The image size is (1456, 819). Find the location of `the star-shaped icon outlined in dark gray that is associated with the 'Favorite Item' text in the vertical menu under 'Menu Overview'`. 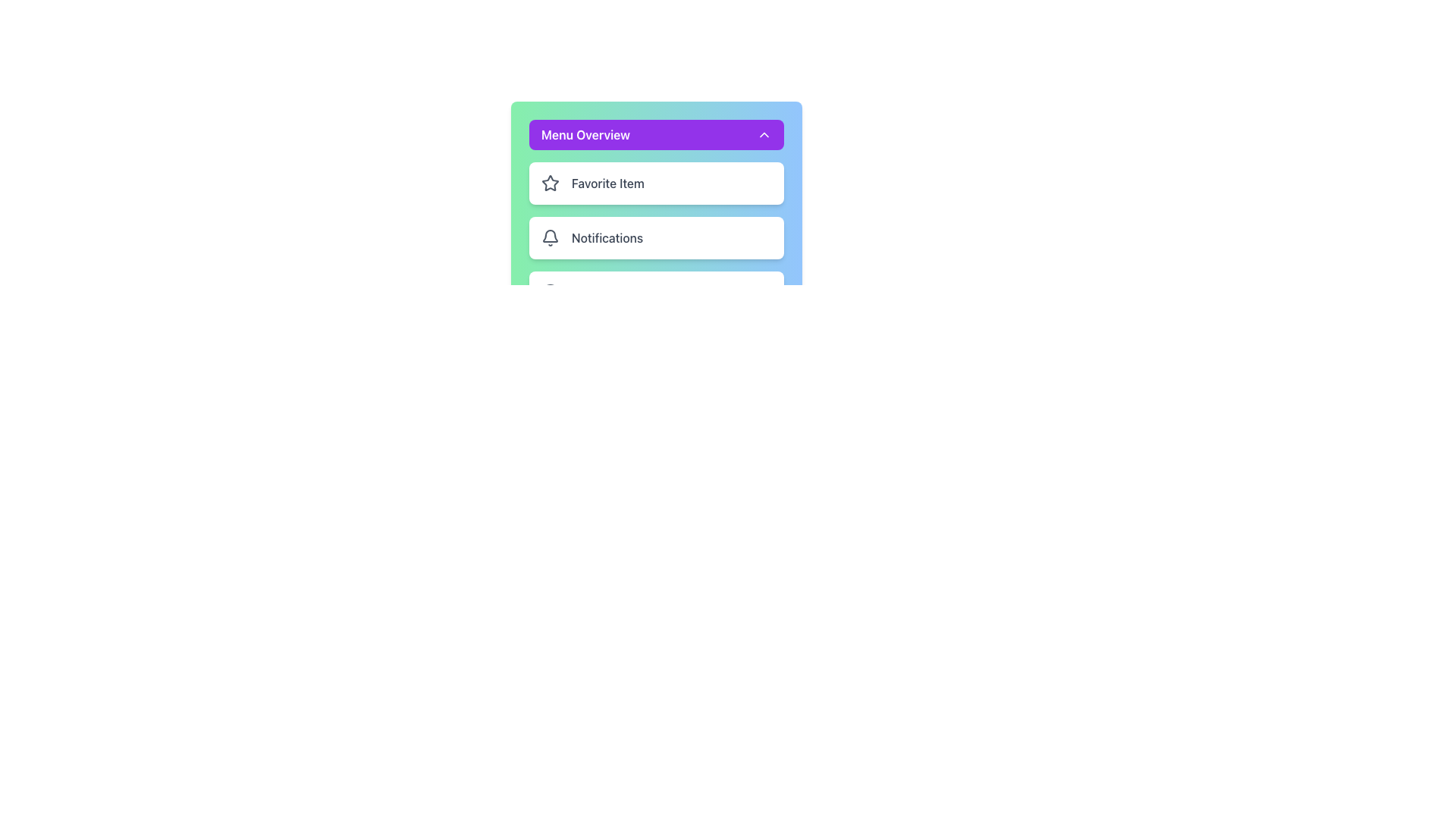

the star-shaped icon outlined in dark gray that is associated with the 'Favorite Item' text in the vertical menu under 'Menu Overview' is located at coordinates (549, 183).